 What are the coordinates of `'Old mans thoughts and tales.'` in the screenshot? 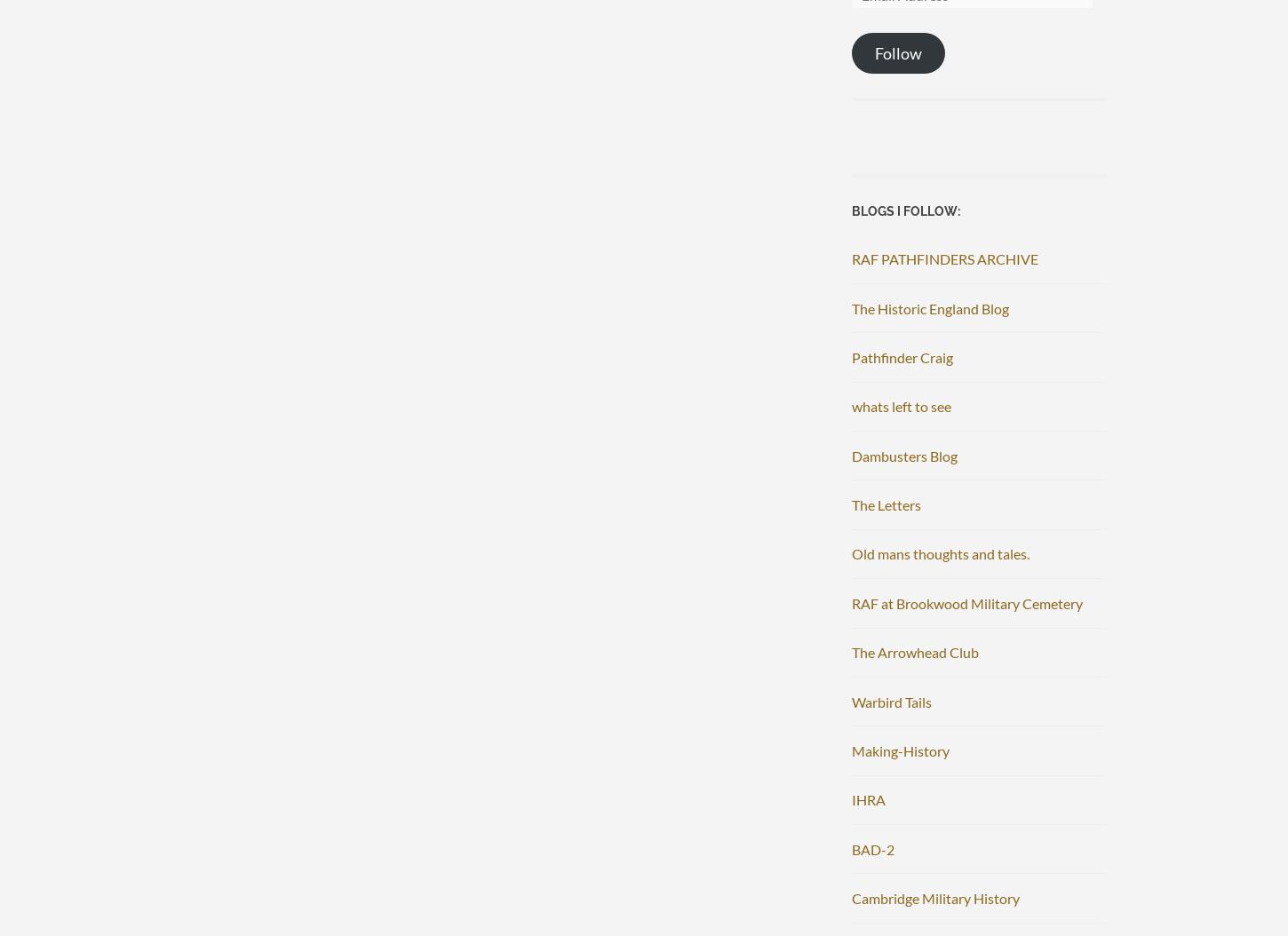 It's located at (851, 552).